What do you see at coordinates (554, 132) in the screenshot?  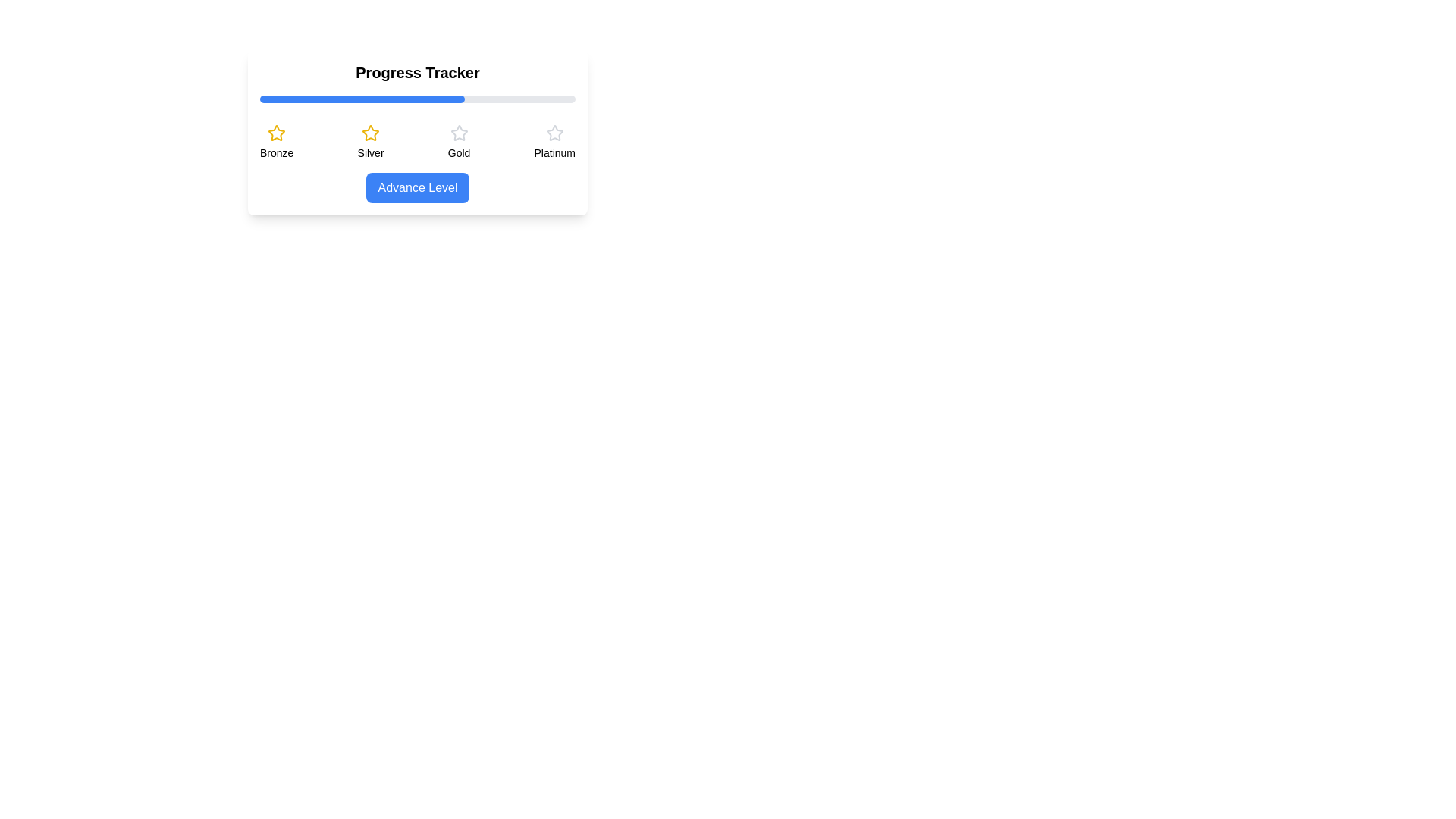 I see `the third star icon from the left` at bounding box center [554, 132].